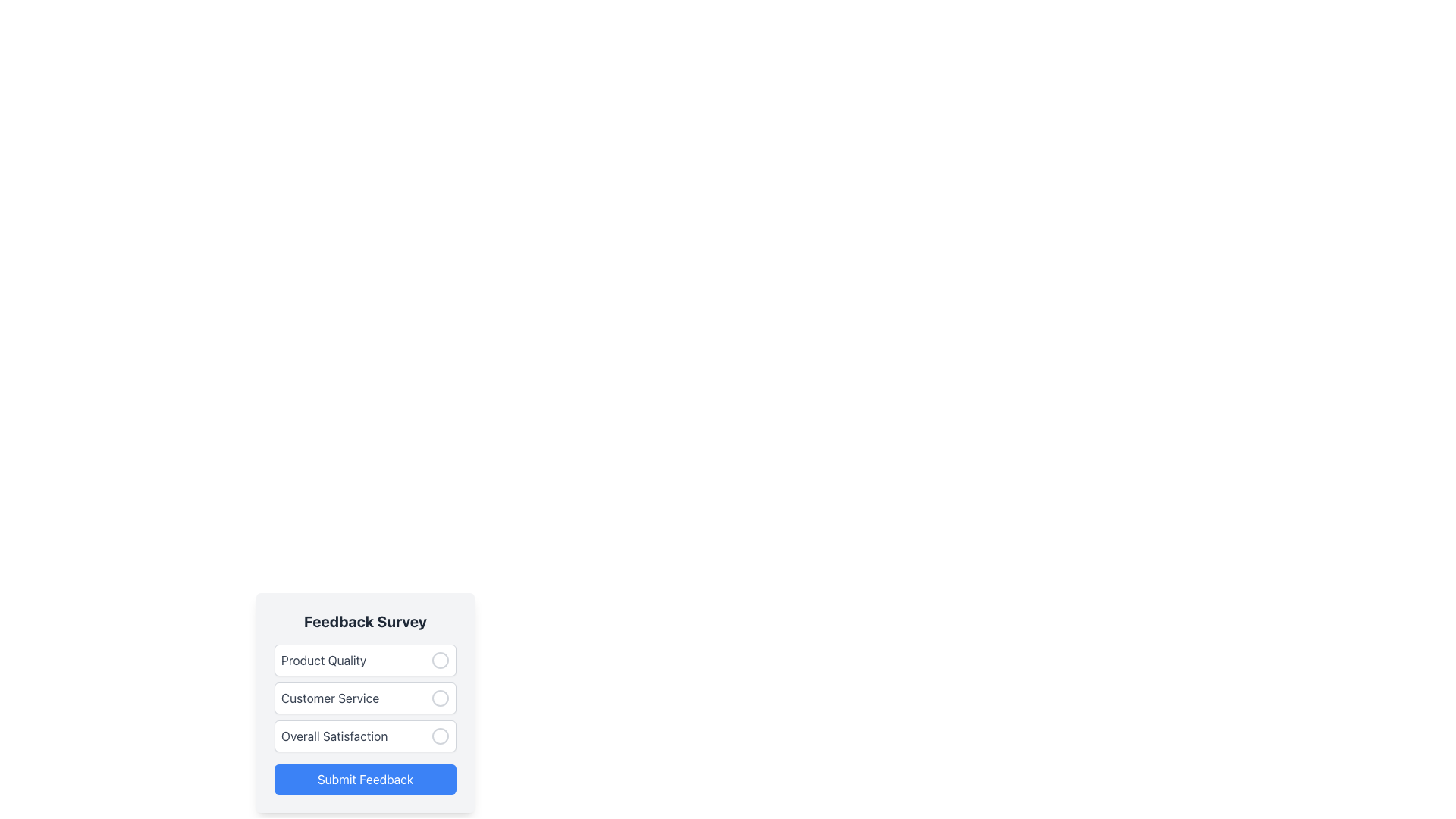 The width and height of the screenshot is (1456, 819). Describe the element at coordinates (439, 660) in the screenshot. I see `the circular radio button with a gray stroke located to the right of the 'Product Quality' text in the feedback survey interface` at that location.